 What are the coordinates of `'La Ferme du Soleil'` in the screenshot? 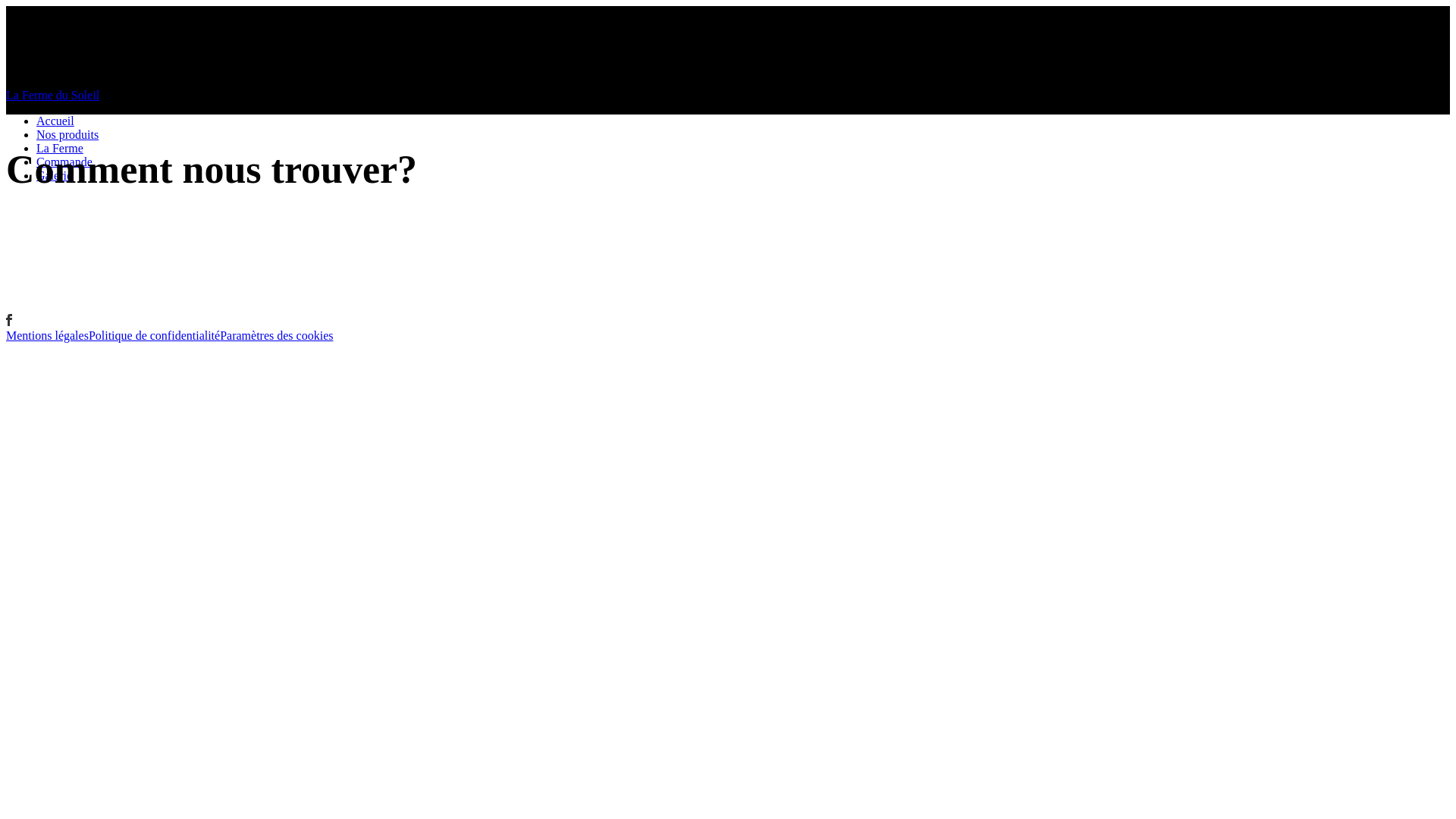 It's located at (728, 96).